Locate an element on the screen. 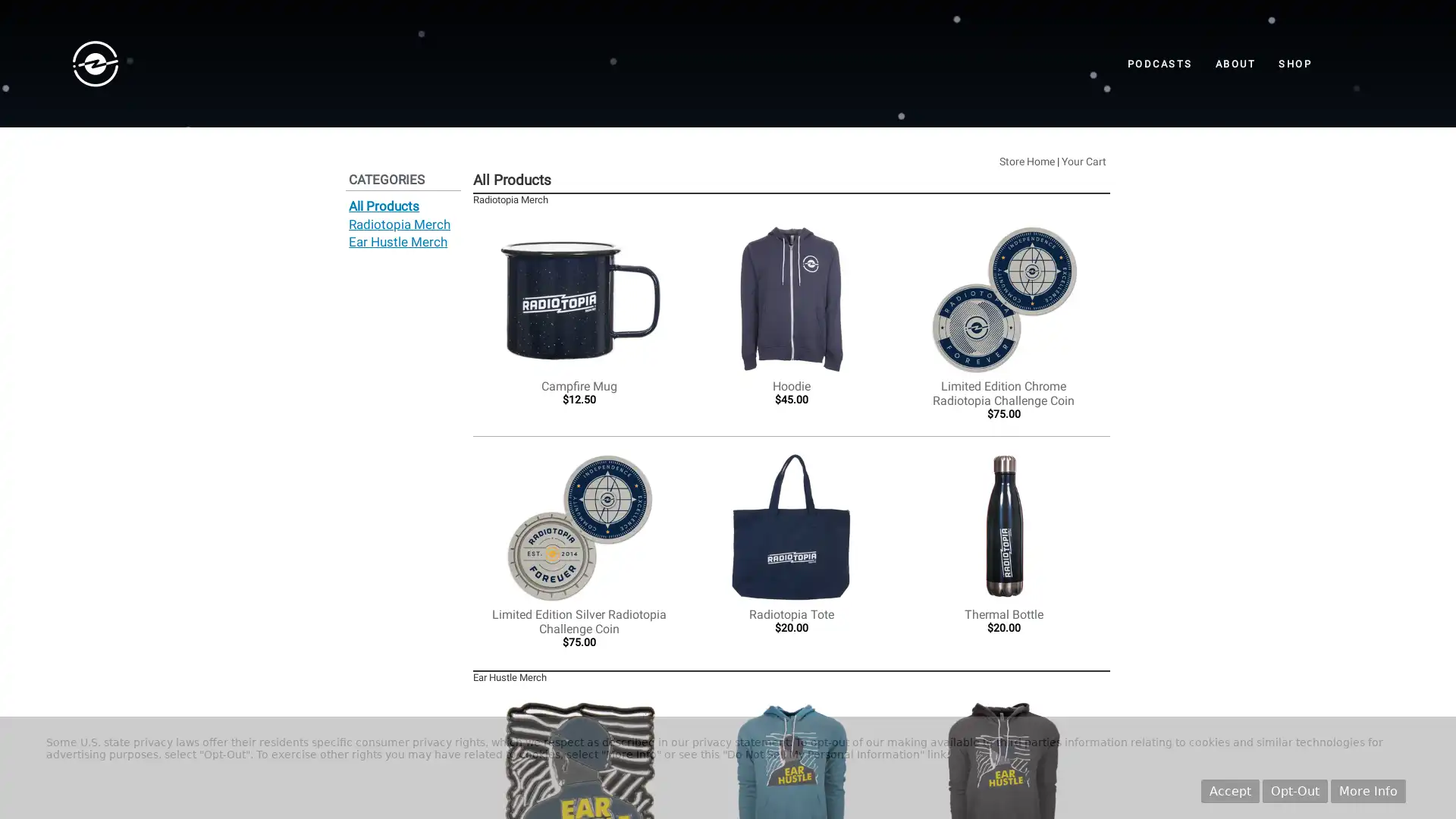  Opt-Out is located at coordinates (1294, 790).